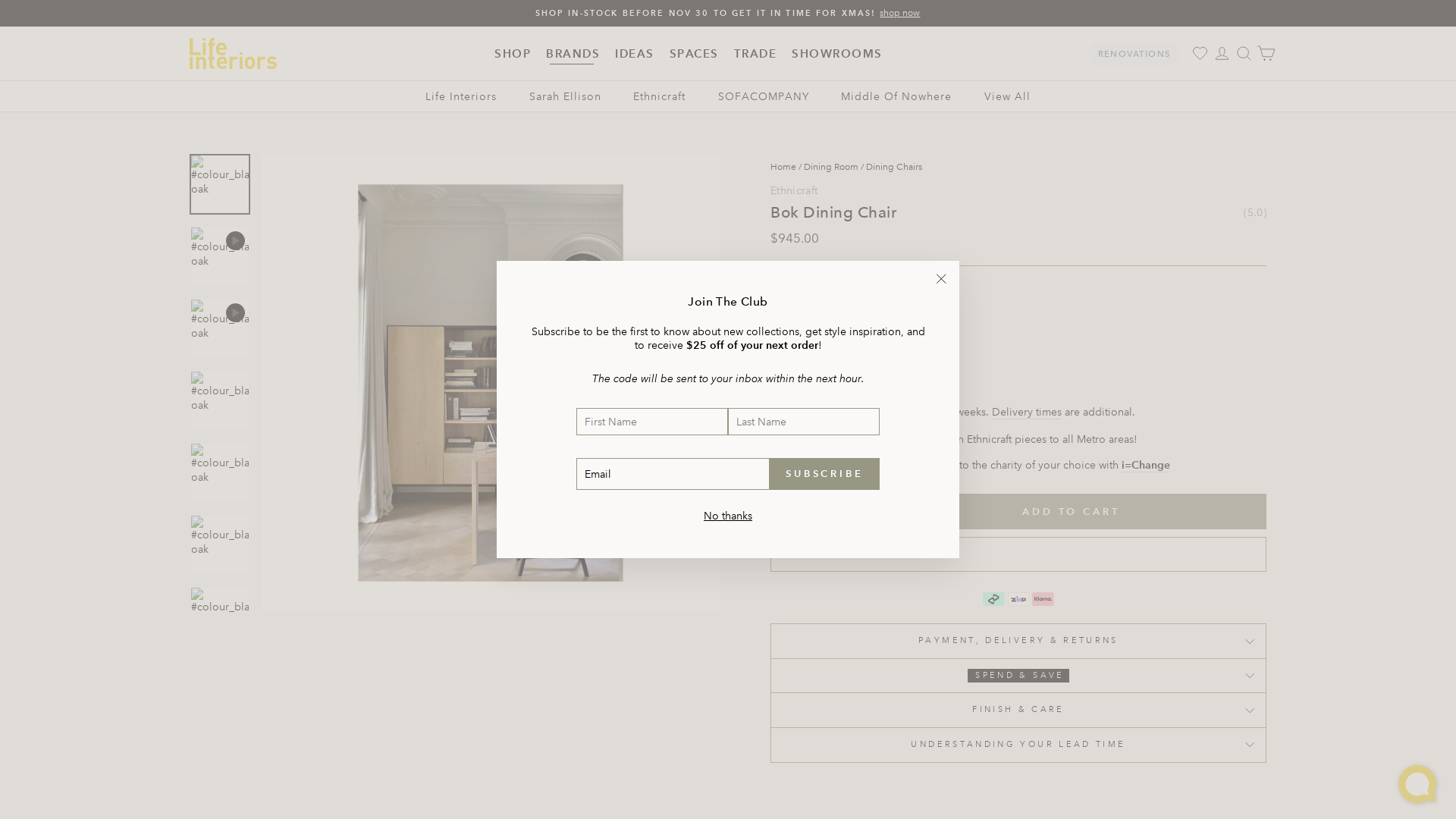  Describe the element at coordinates (1266, 52) in the screenshot. I see `'CART'` at that location.